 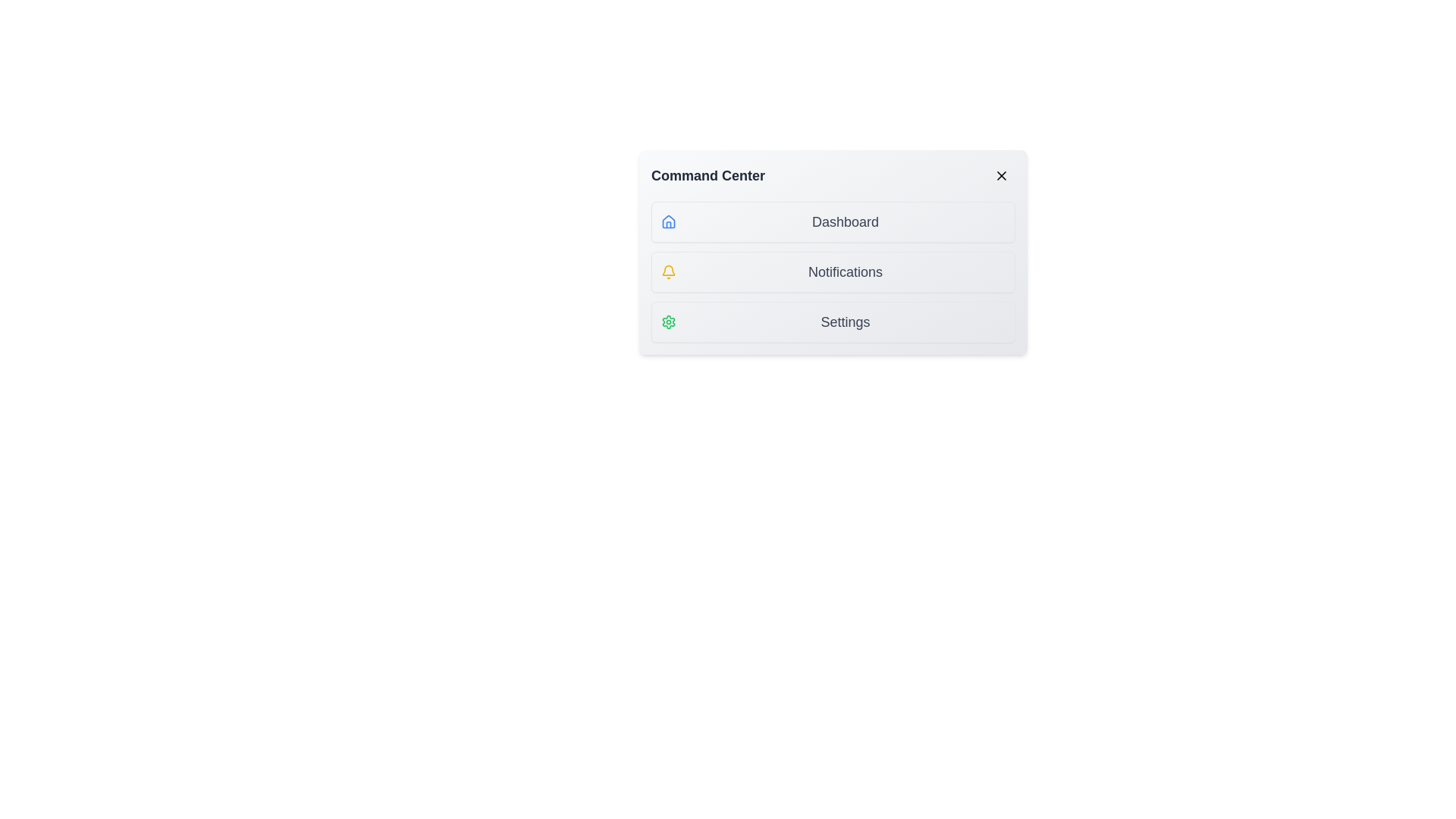 What do you see at coordinates (844, 271) in the screenshot?
I see `the text label that indicates the notifications section, which is located to the right of a yellow bell icon in the second option of a vertically stacked menu` at bounding box center [844, 271].